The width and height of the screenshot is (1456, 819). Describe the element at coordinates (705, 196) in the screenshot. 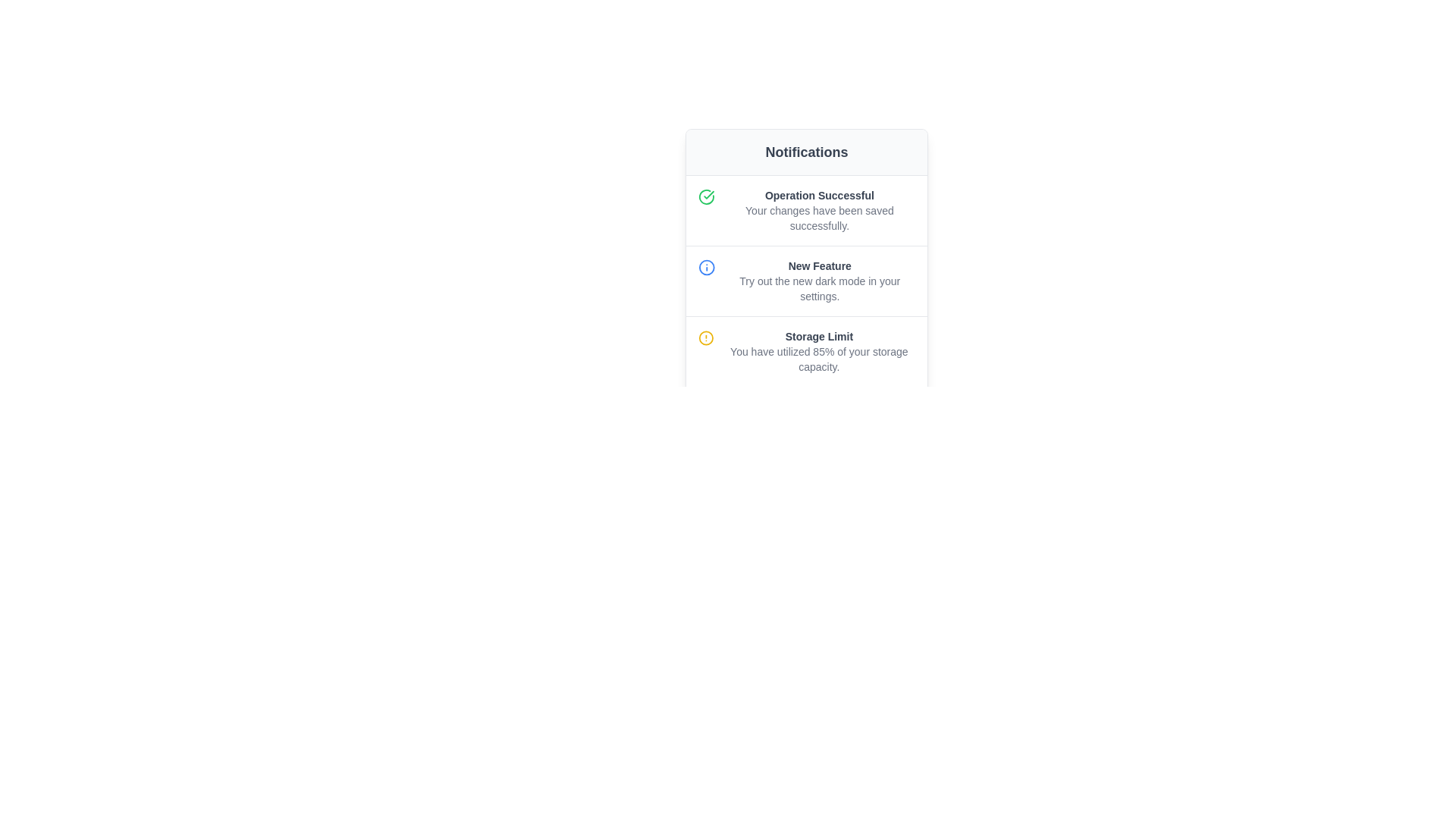

I see `the green circular icon with a check mark inside, which is located to the left of the text 'Operation Successful' in the first notification entry` at that location.